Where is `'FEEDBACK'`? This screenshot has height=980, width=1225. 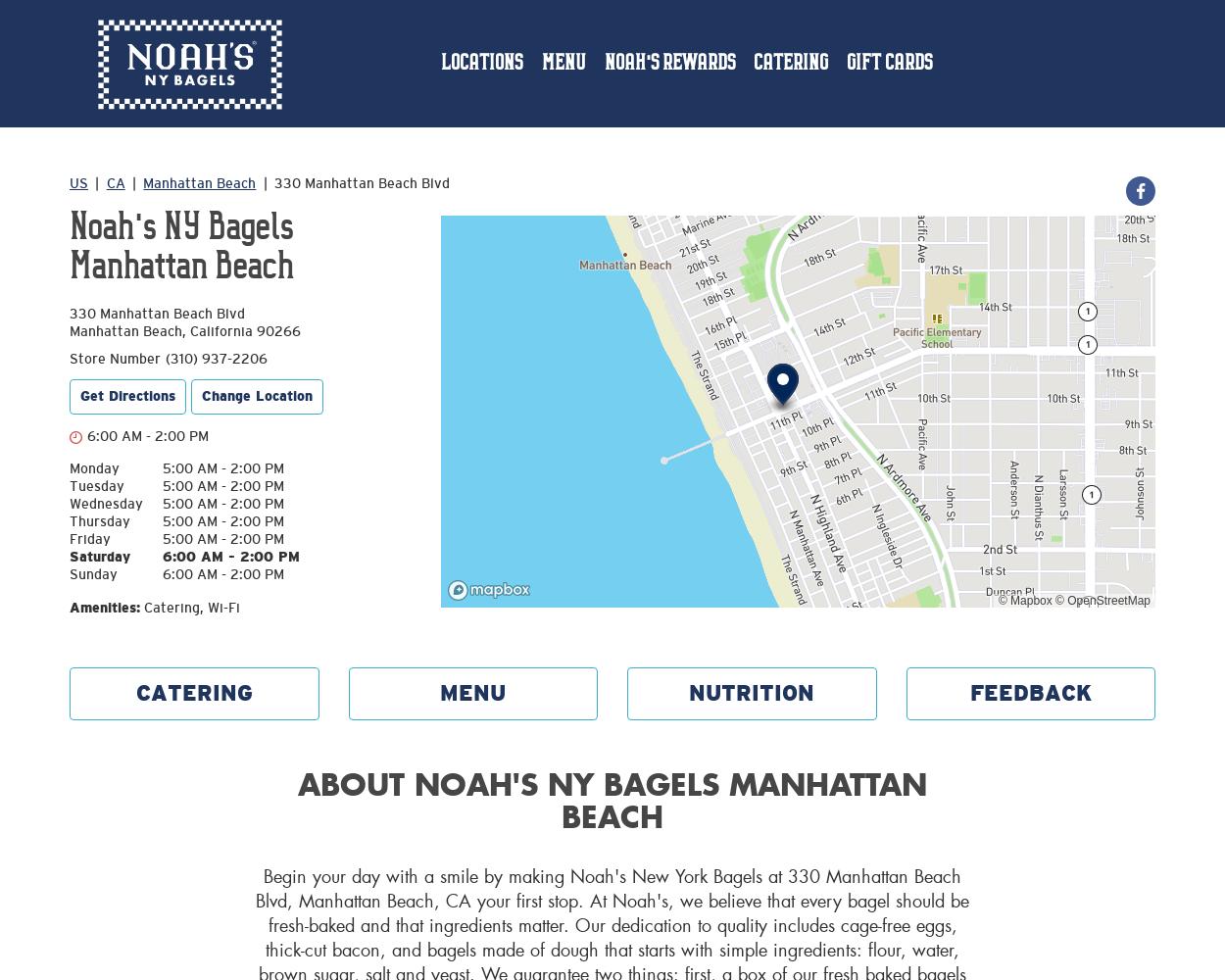
'FEEDBACK' is located at coordinates (1030, 693).